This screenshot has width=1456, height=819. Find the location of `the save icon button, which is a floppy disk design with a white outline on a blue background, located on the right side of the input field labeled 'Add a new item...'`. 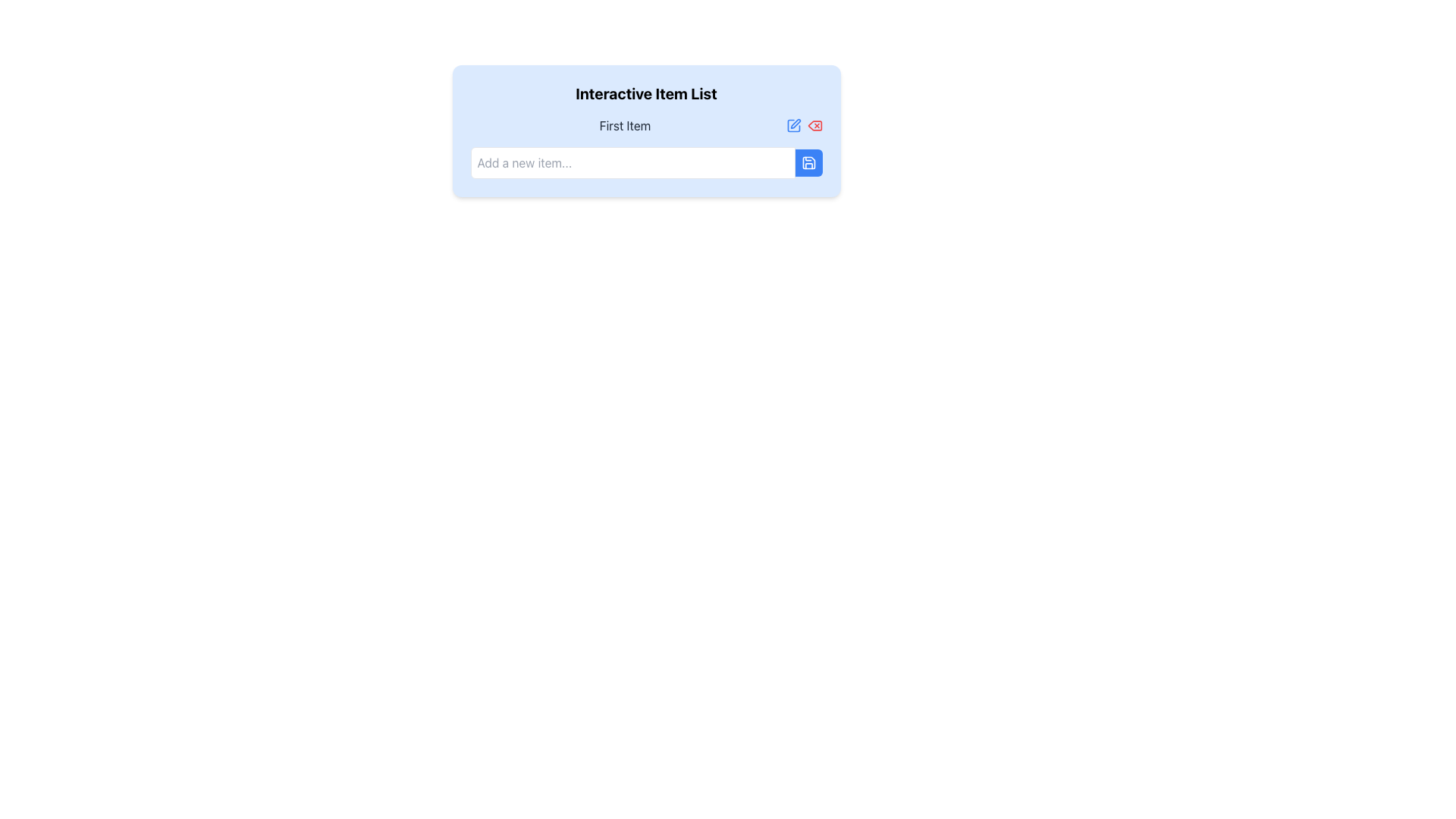

the save icon button, which is a floppy disk design with a white outline on a blue background, located on the right side of the input field labeled 'Add a new item...' is located at coordinates (808, 163).